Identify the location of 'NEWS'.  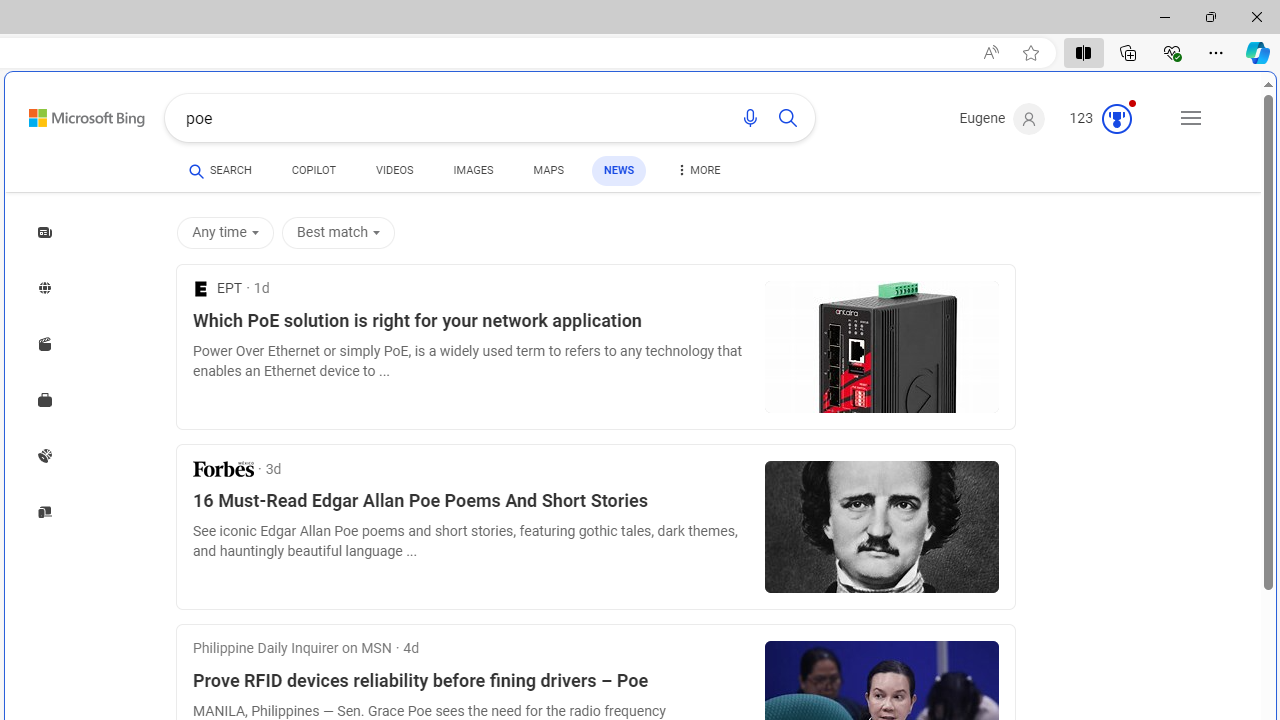
(617, 169).